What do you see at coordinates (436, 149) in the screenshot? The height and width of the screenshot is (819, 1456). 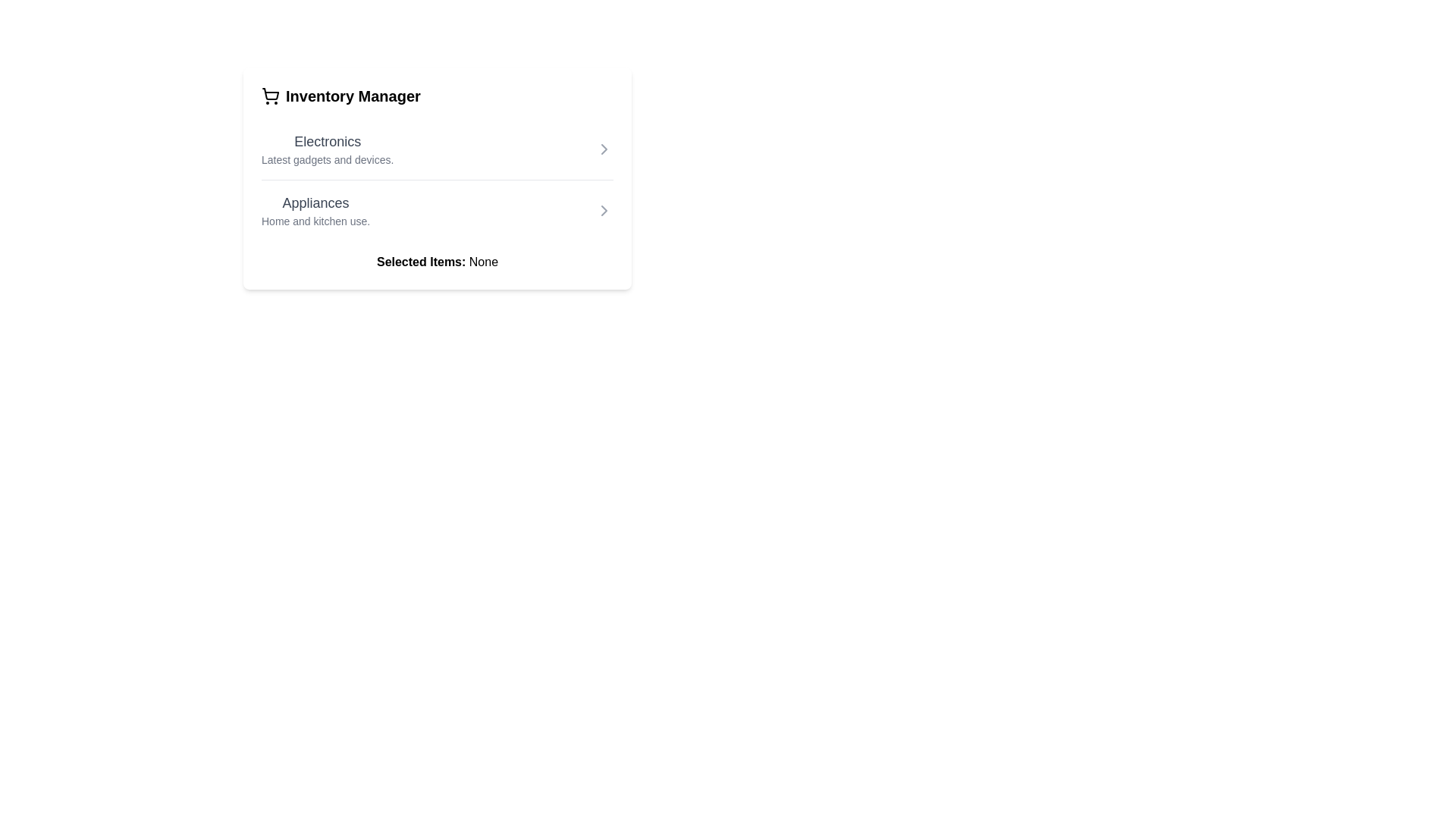 I see `the first item in the list titled 'Electronics', which serves as an interactive link to a related page` at bounding box center [436, 149].